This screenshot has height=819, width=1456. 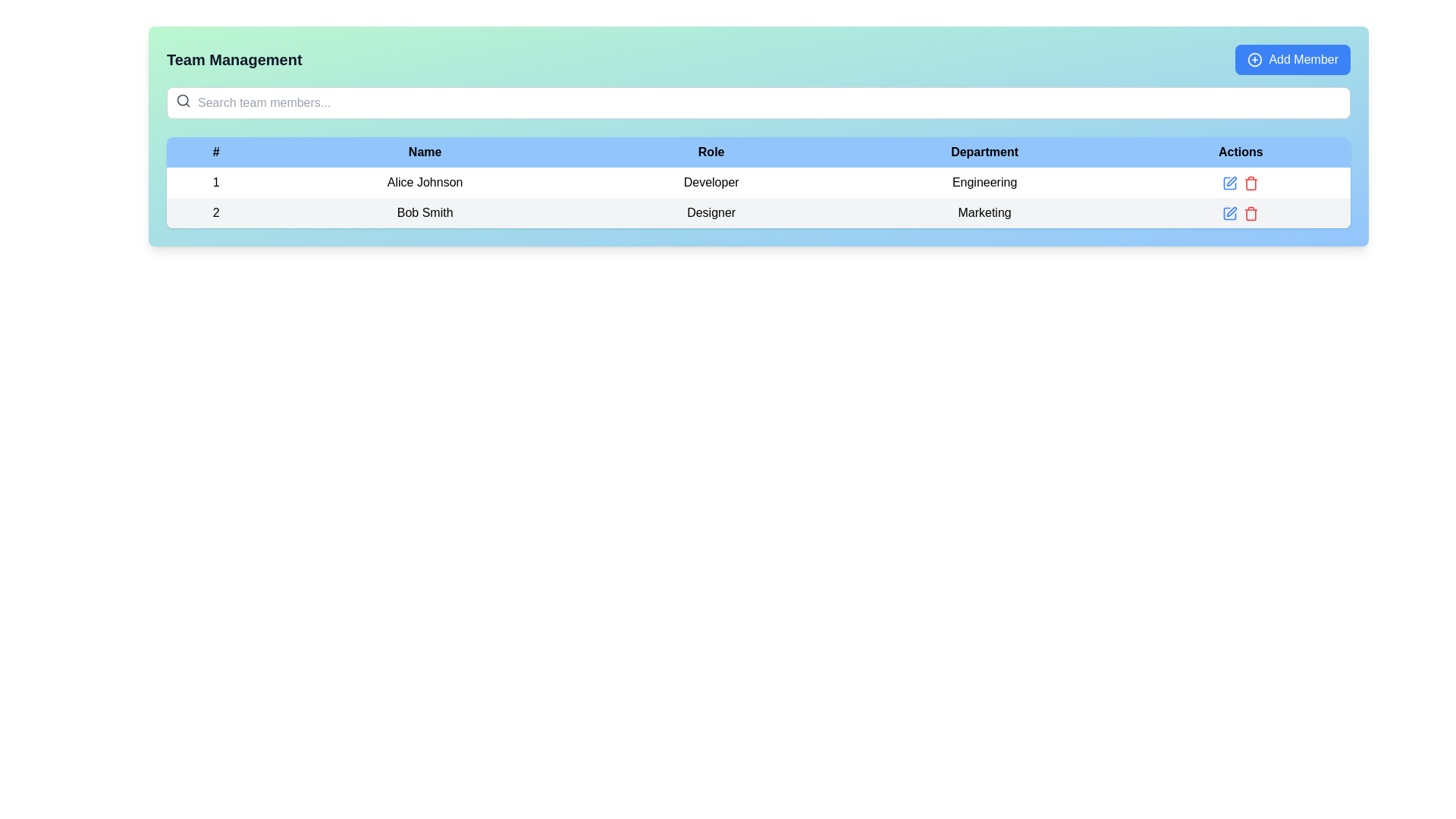 I want to click on the magnifying glass icon which contains the SVG circle element for searching a team member, so click(x=182, y=100).